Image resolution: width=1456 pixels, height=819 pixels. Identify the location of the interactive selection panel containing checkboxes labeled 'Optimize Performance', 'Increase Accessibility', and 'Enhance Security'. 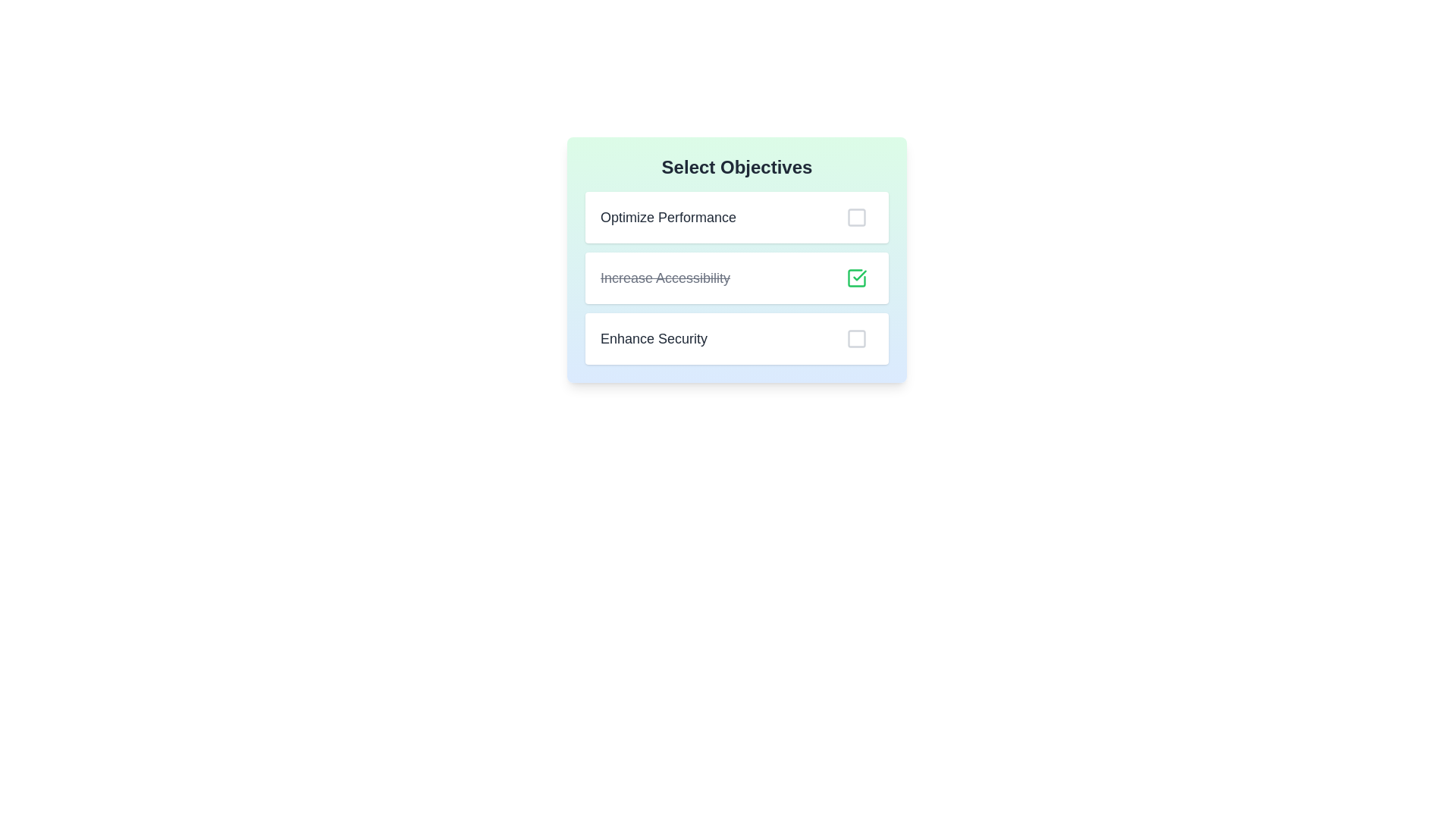
(736, 259).